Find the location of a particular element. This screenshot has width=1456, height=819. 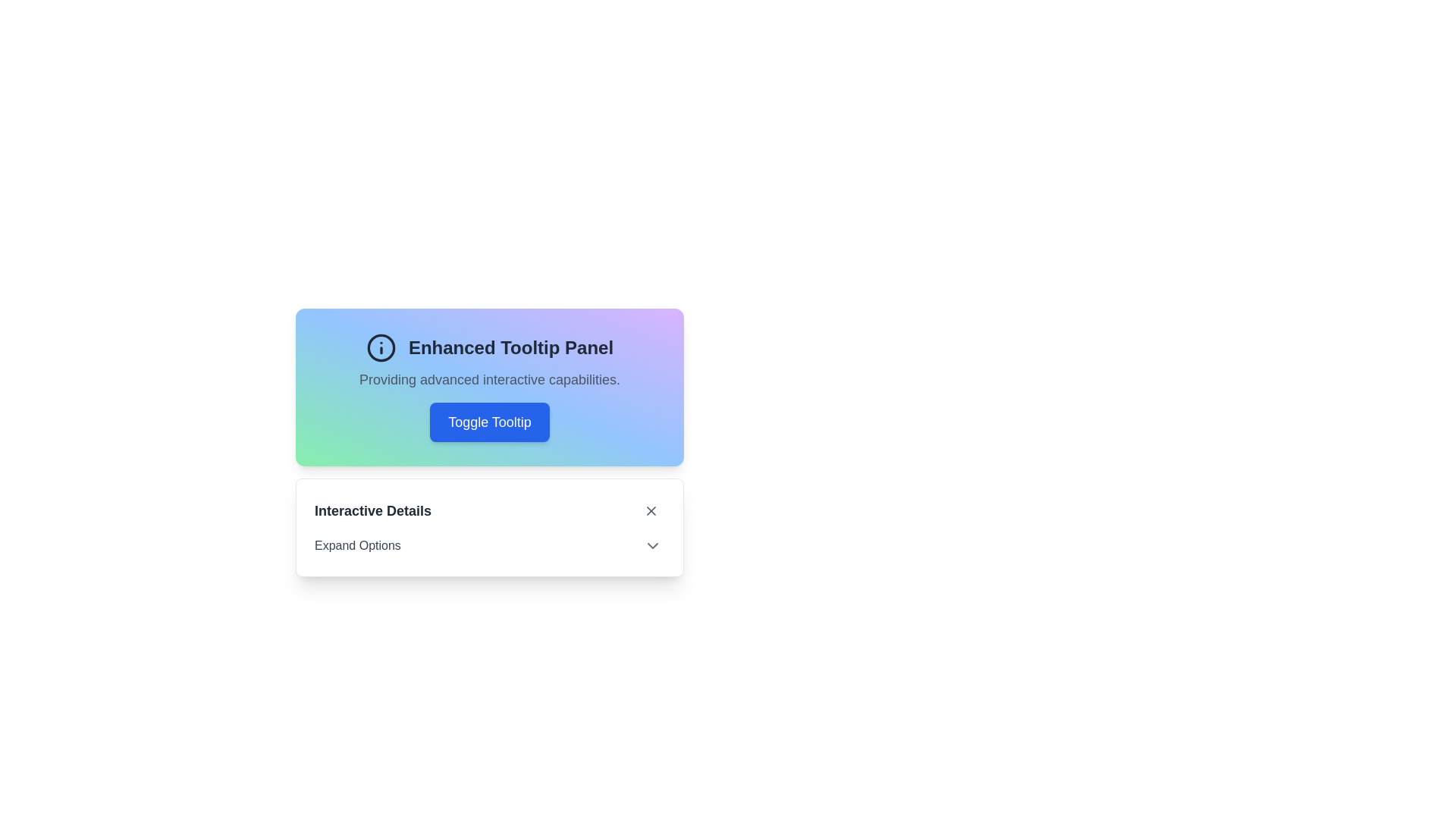

the prominent blue button with white text that reads 'Toggle Tooltip' is located at coordinates (490, 422).